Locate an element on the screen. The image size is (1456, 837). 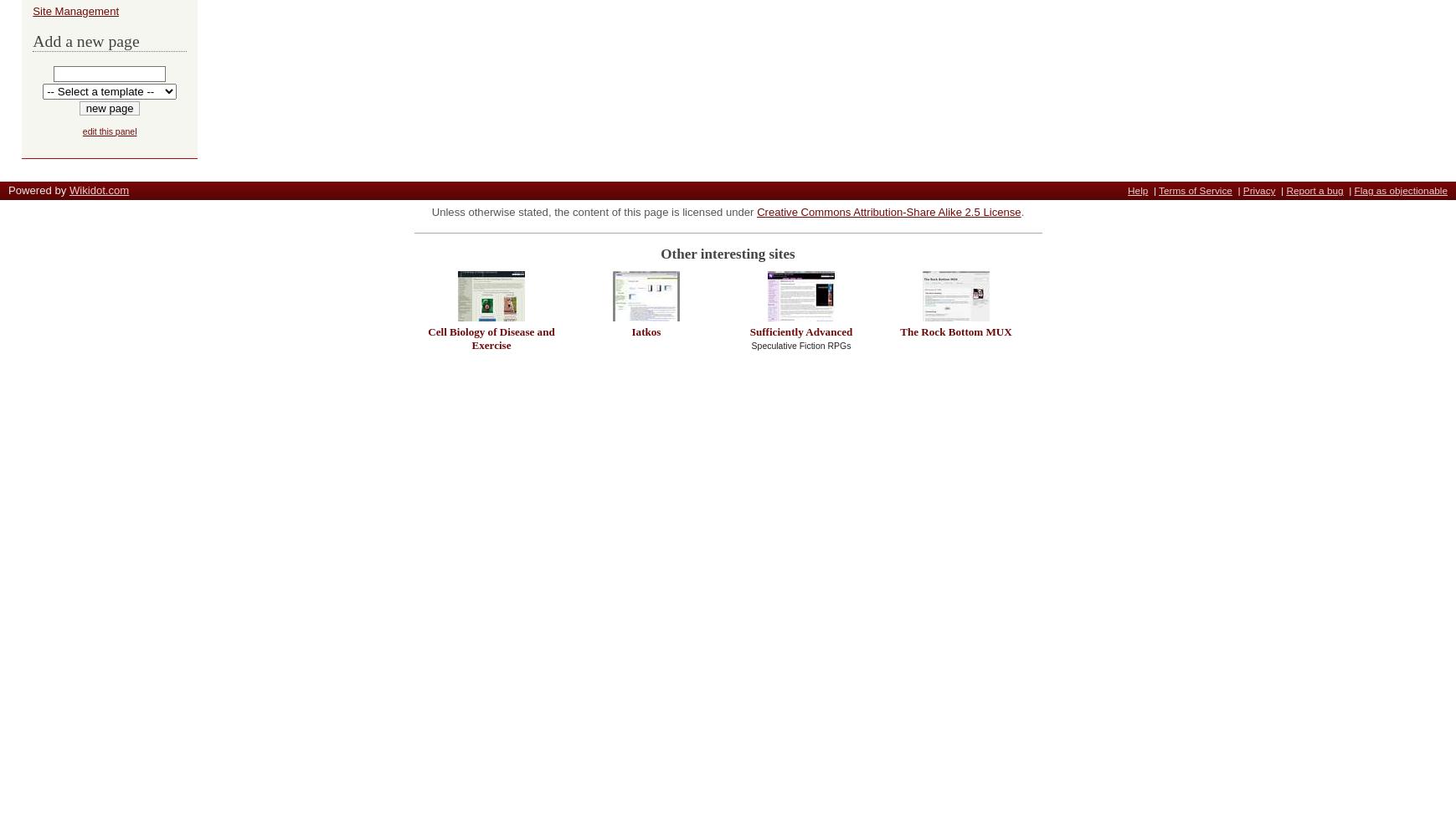
'Other interesting sites' is located at coordinates (726, 253).